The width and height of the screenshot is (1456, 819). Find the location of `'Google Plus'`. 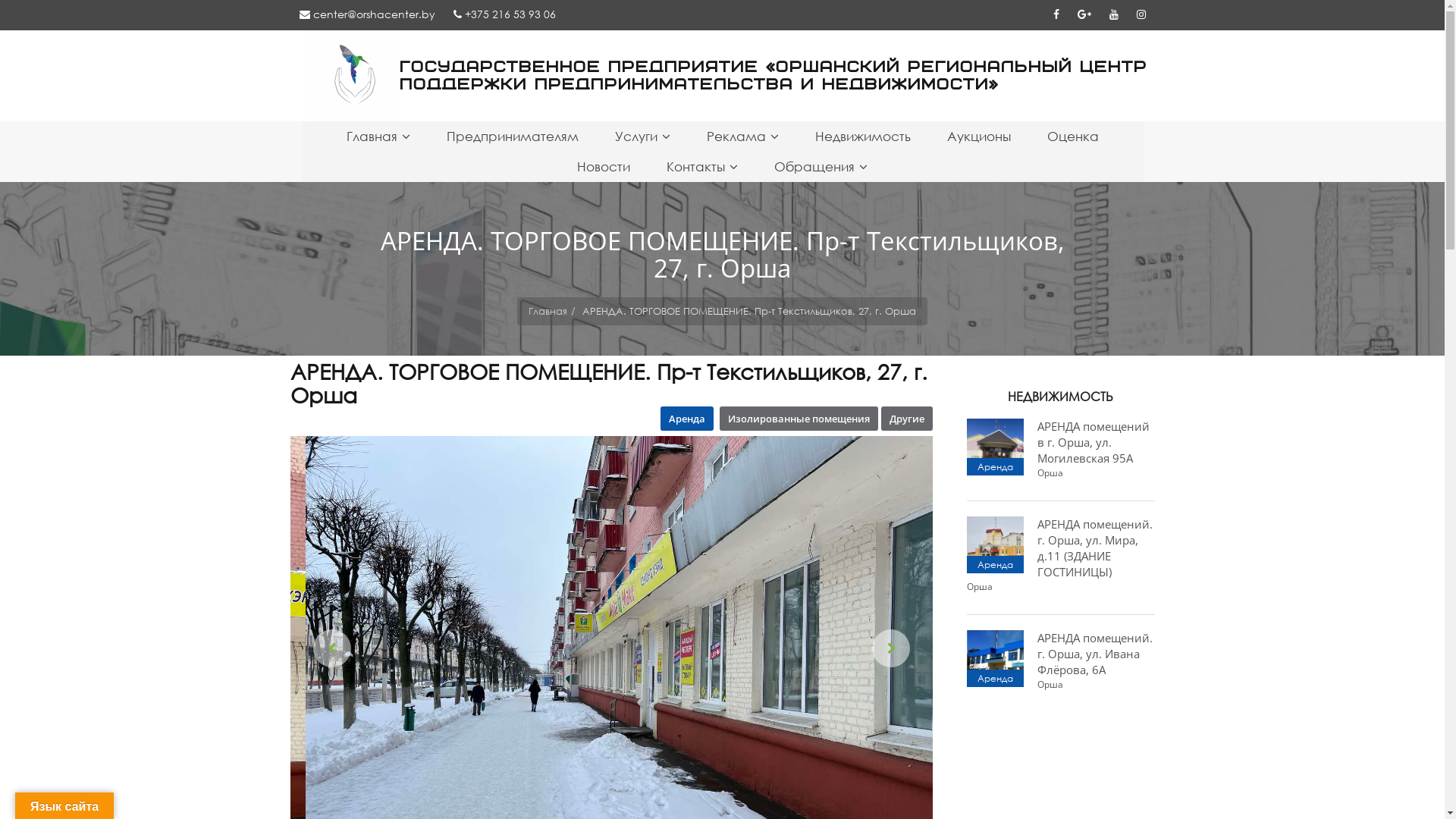

'Google Plus' is located at coordinates (1083, 14).